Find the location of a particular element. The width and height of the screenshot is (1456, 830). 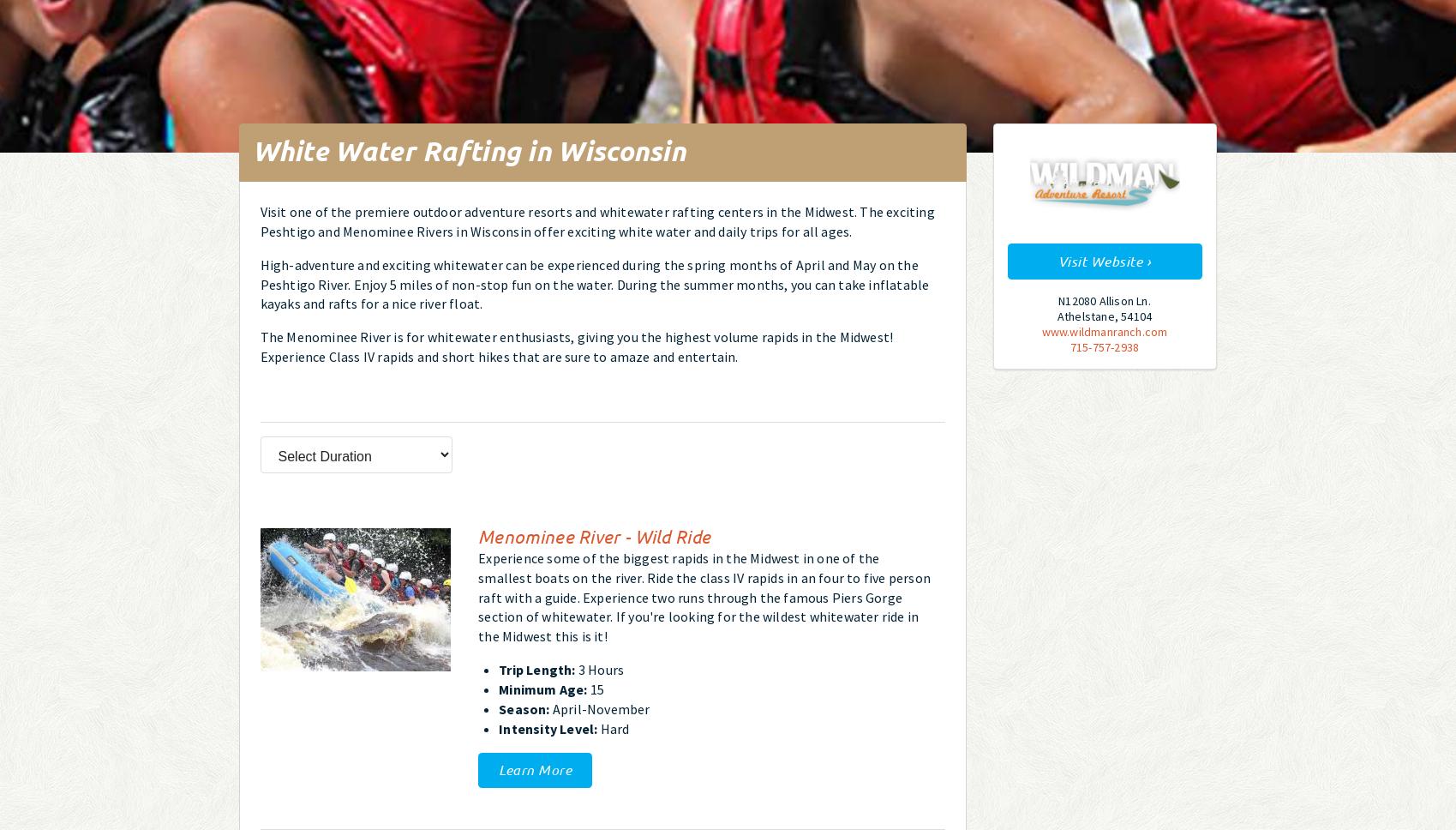

'3 Hours' is located at coordinates (598, 668).